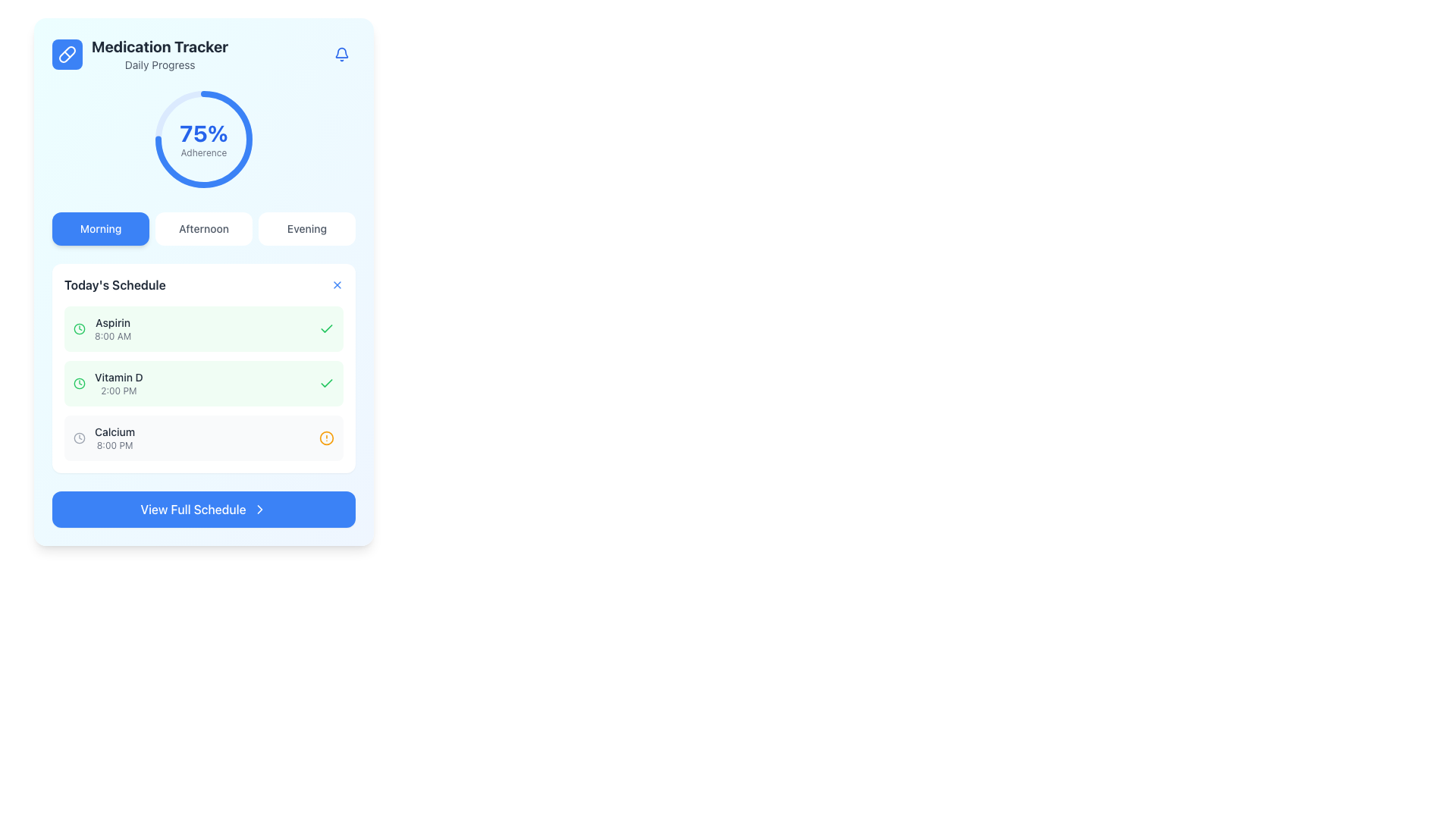 This screenshot has height=819, width=1456. Describe the element at coordinates (103, 438) in the screenshot. I see `the third item in the 'Today's Schedule' section indicating the medication 'Calcium' at '8:00 PM'` at that location.